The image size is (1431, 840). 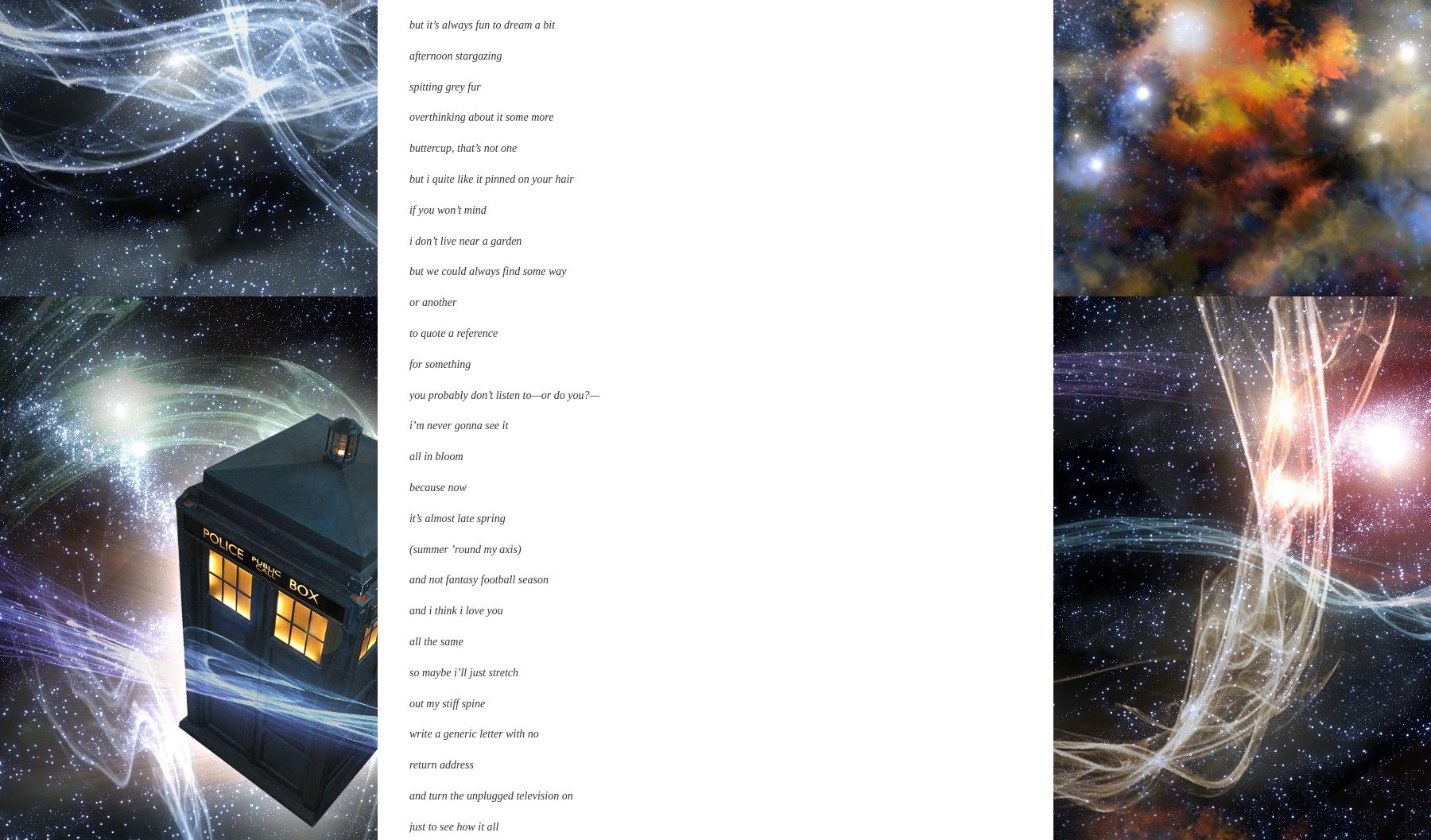 I want to click on 'and staying up for 38 hours', so click(x=471, y=328).